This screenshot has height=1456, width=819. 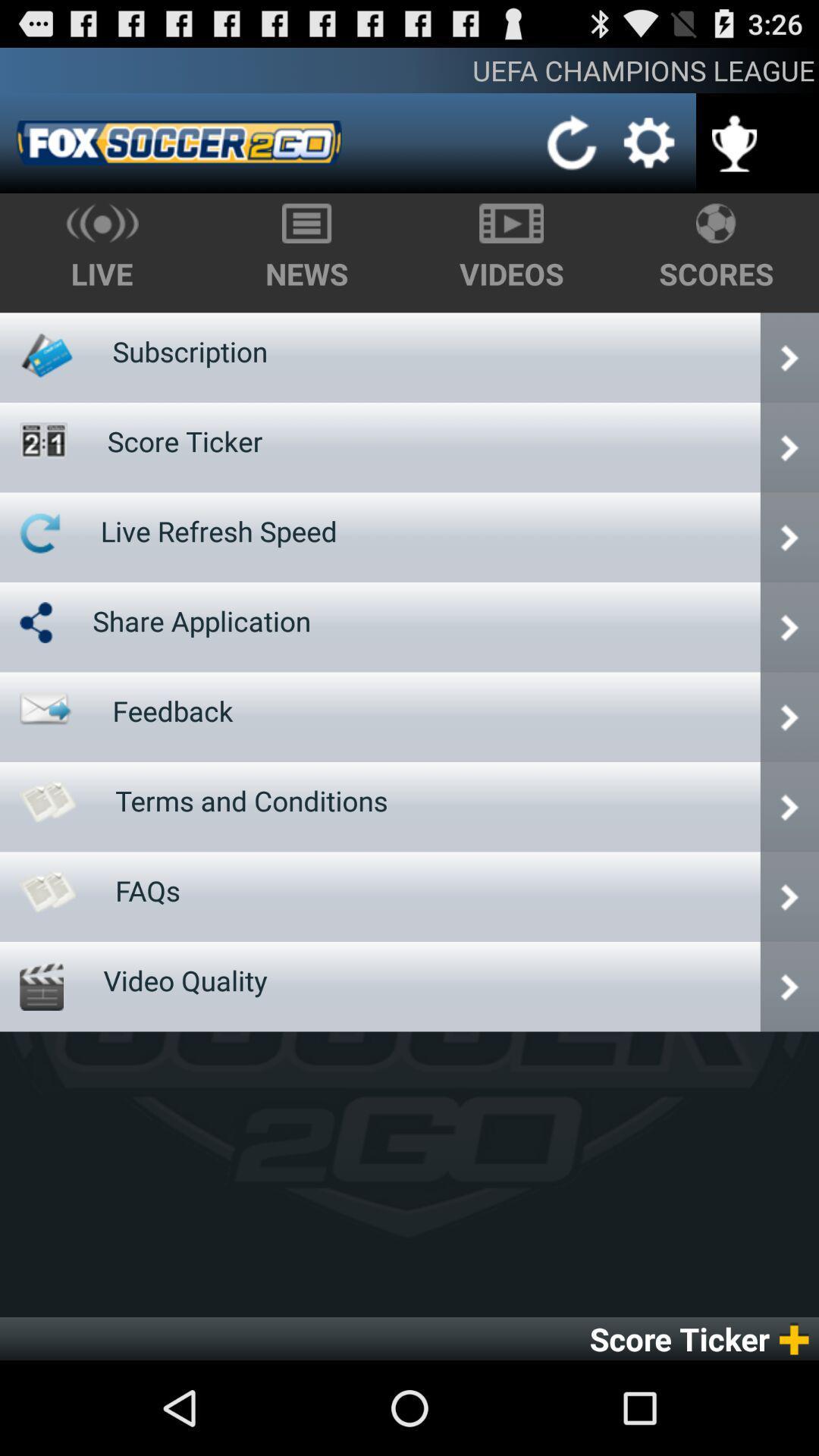 I want to click on item below feedback, so click(x=250, y=800).